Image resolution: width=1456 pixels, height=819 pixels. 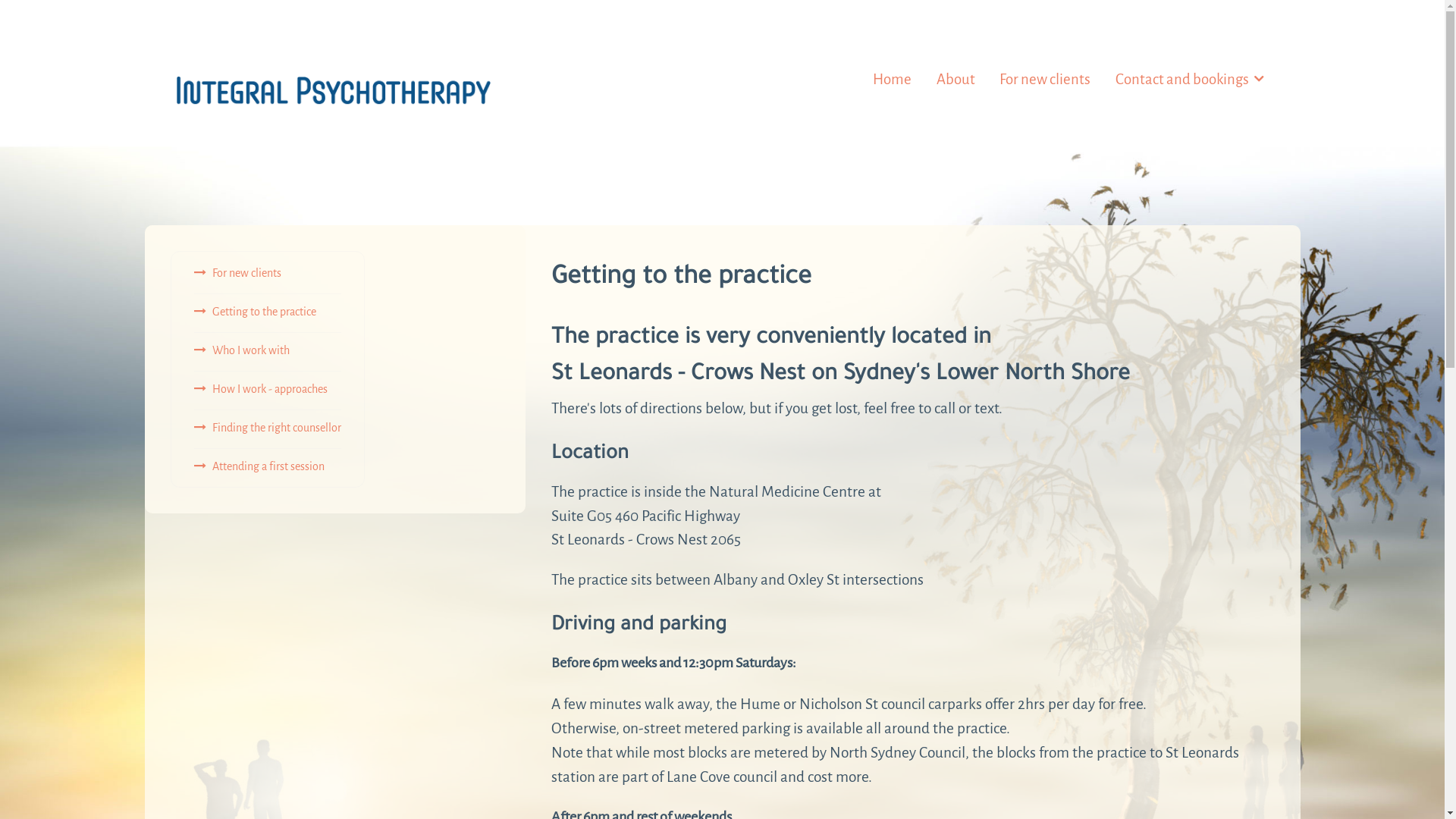 What do you see at coordinates (240, 350) in the screenshot?
I see `'Who I work with'` at bounding box center [240, 350].